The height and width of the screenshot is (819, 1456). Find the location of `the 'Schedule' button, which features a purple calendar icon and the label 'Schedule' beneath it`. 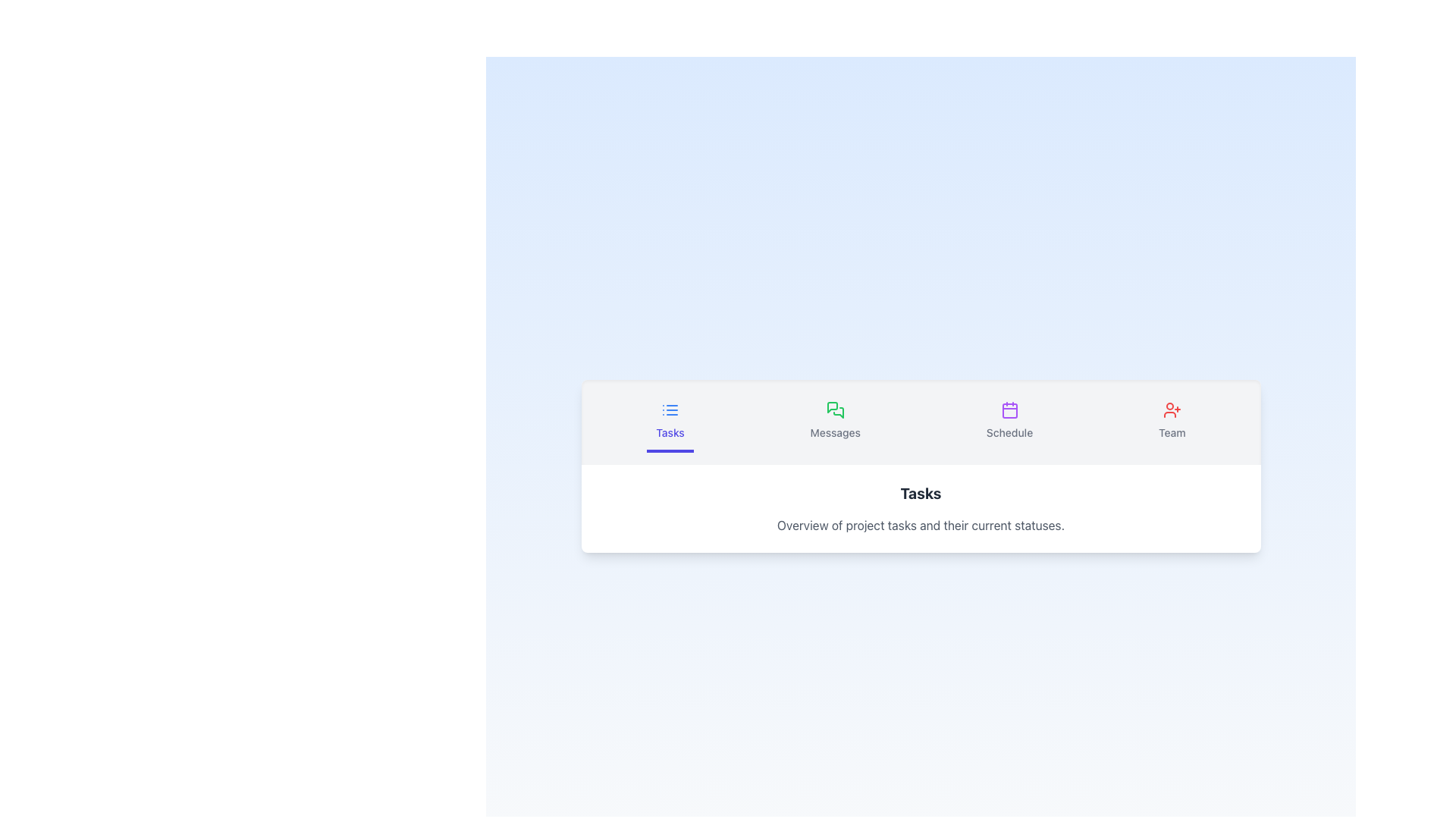

the 'Schedule' button, which features a purple calendar icon and the label 'Schedule' beneath it is located at coordinates (1009, 422).